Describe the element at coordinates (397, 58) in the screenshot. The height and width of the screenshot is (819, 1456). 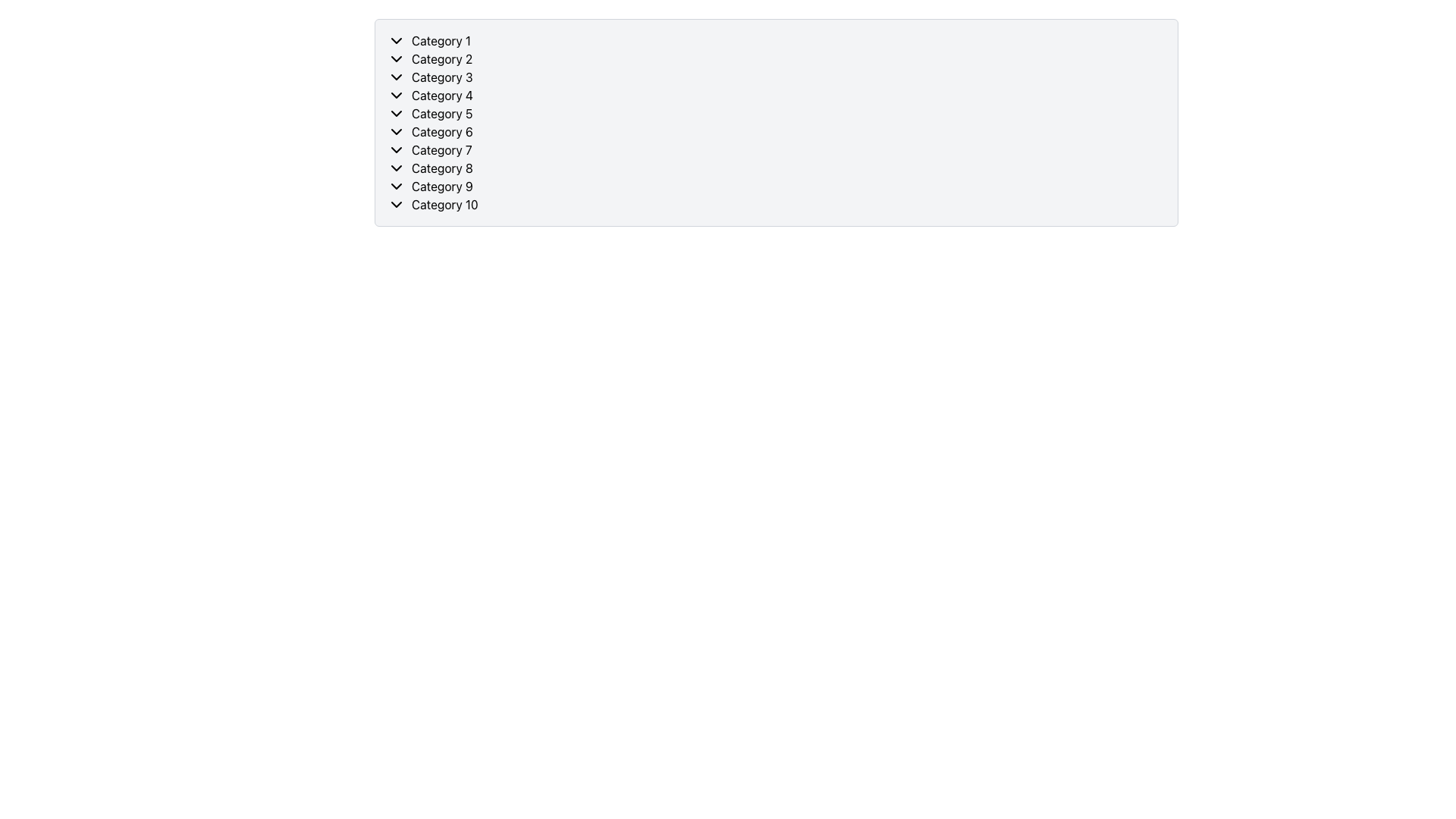
I see `the downward-pointing chevron icon next to the text 'Category 2'` at that location.